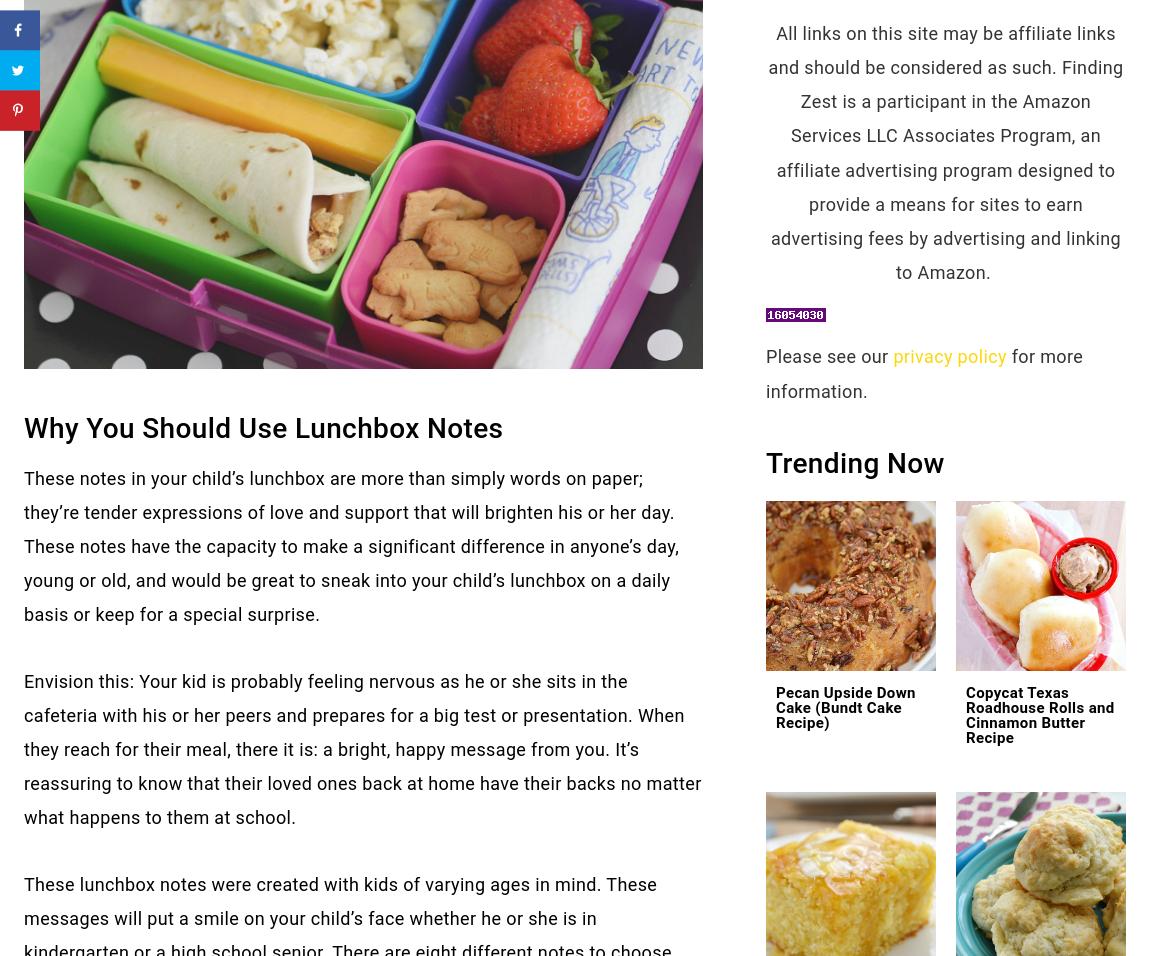 This screenshot has height=956, width=1150. Describe the element at coordinates (844, 708) in the screenshot. I see `'Pecan Upside Down Cake (Bundt Cake Recipe)'` at that location.